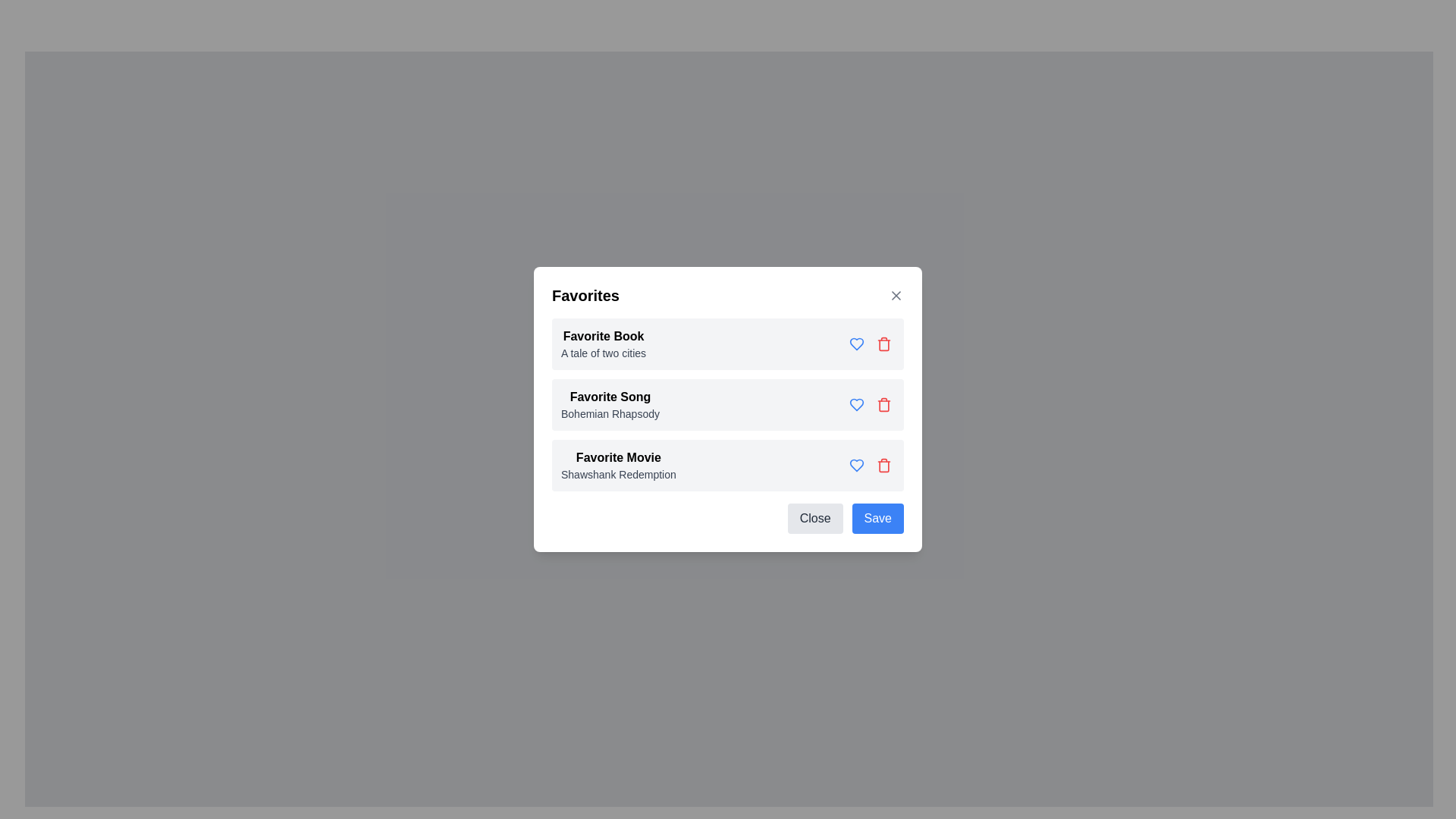 This screenshot has width=1456, height=819. Describe the element at coordinates (618, 464) in the screenshot. I see `the 'Favorite Movie' text label, which is the third item in a vertically arranged list of favorites within a modal dialog` at that location.